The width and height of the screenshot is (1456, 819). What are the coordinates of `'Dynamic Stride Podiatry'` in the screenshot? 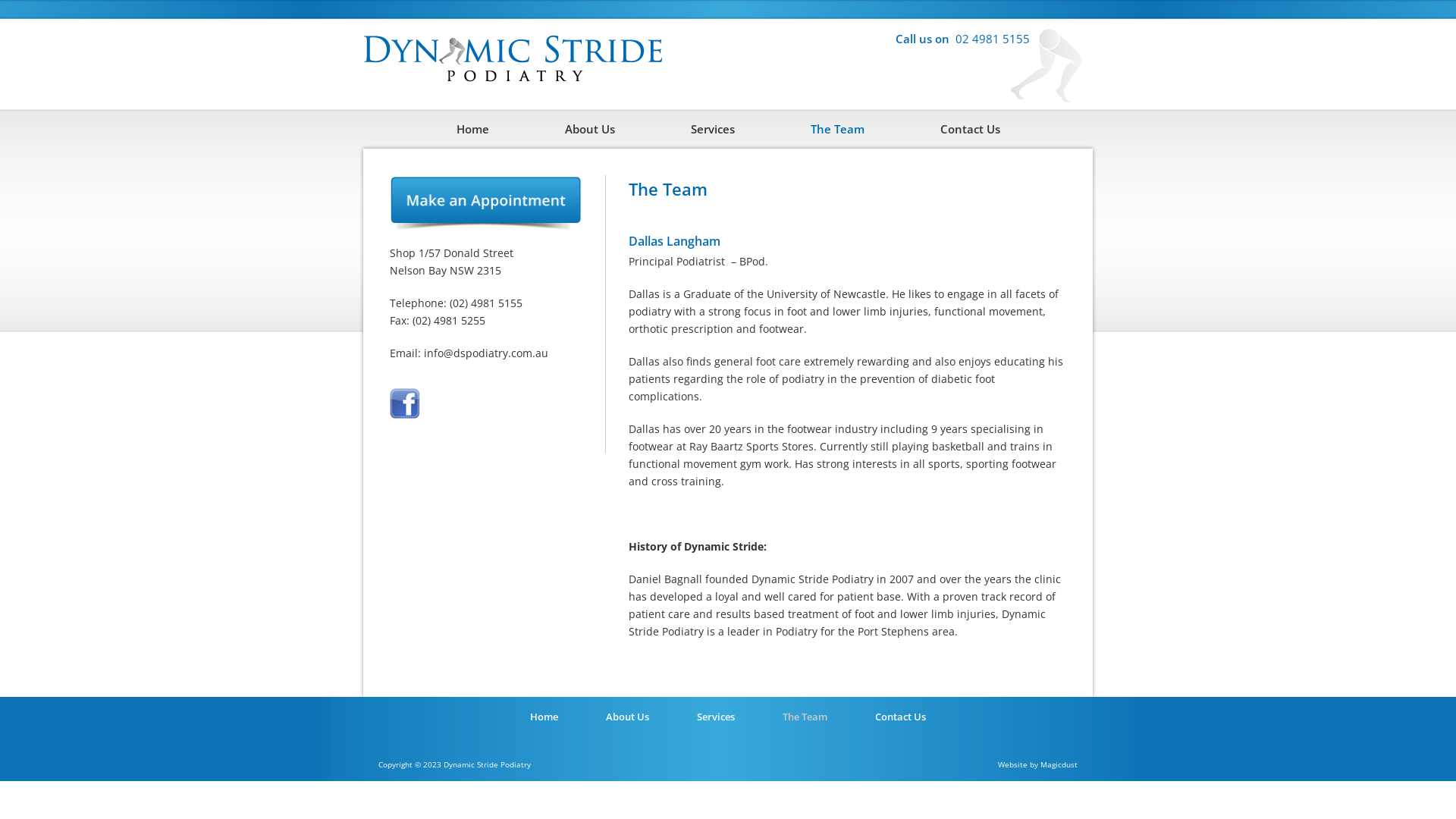 It's located at (514, 54).